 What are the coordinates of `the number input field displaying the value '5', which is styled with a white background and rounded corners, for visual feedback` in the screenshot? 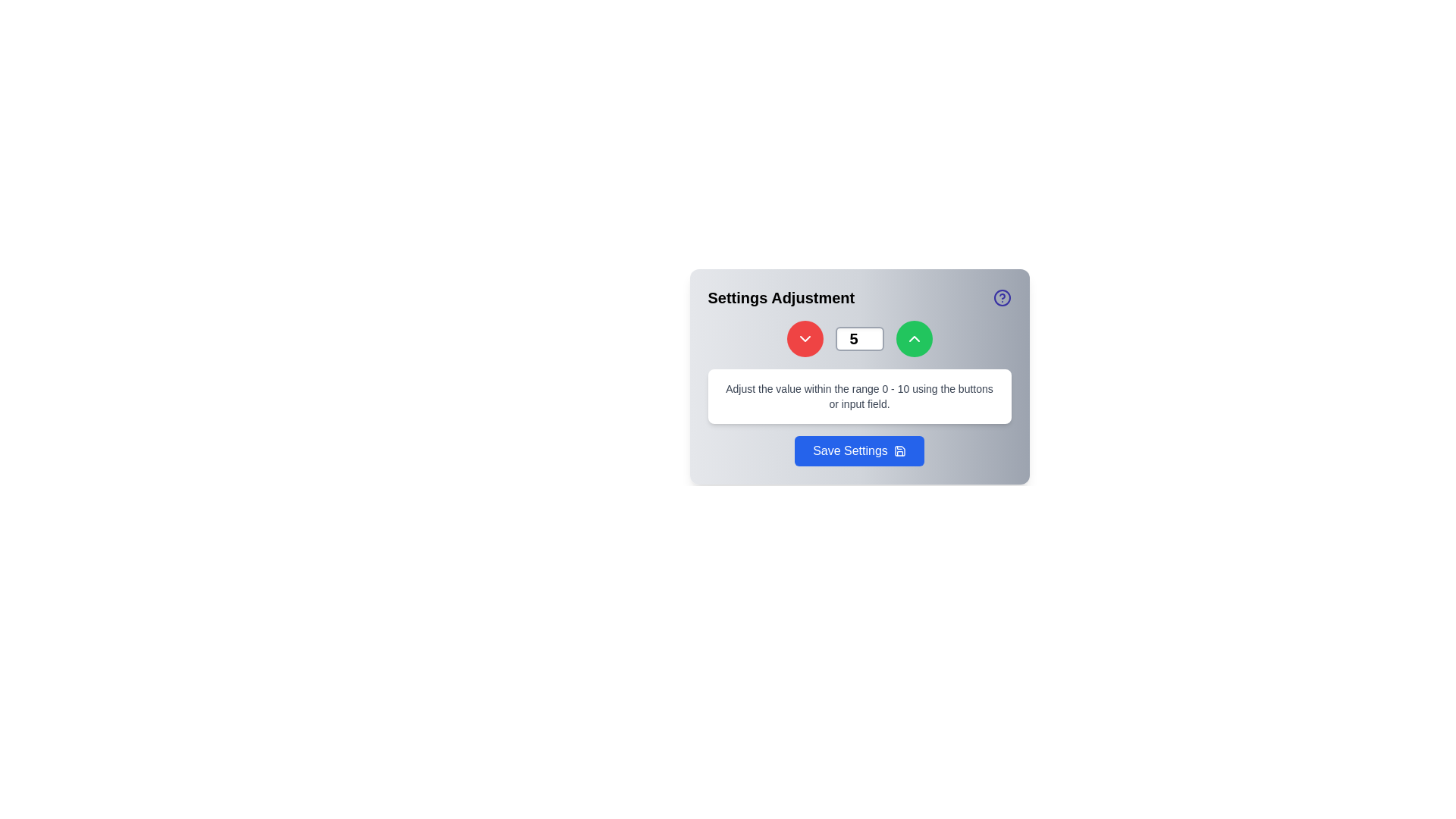 It's located at (859, 338).